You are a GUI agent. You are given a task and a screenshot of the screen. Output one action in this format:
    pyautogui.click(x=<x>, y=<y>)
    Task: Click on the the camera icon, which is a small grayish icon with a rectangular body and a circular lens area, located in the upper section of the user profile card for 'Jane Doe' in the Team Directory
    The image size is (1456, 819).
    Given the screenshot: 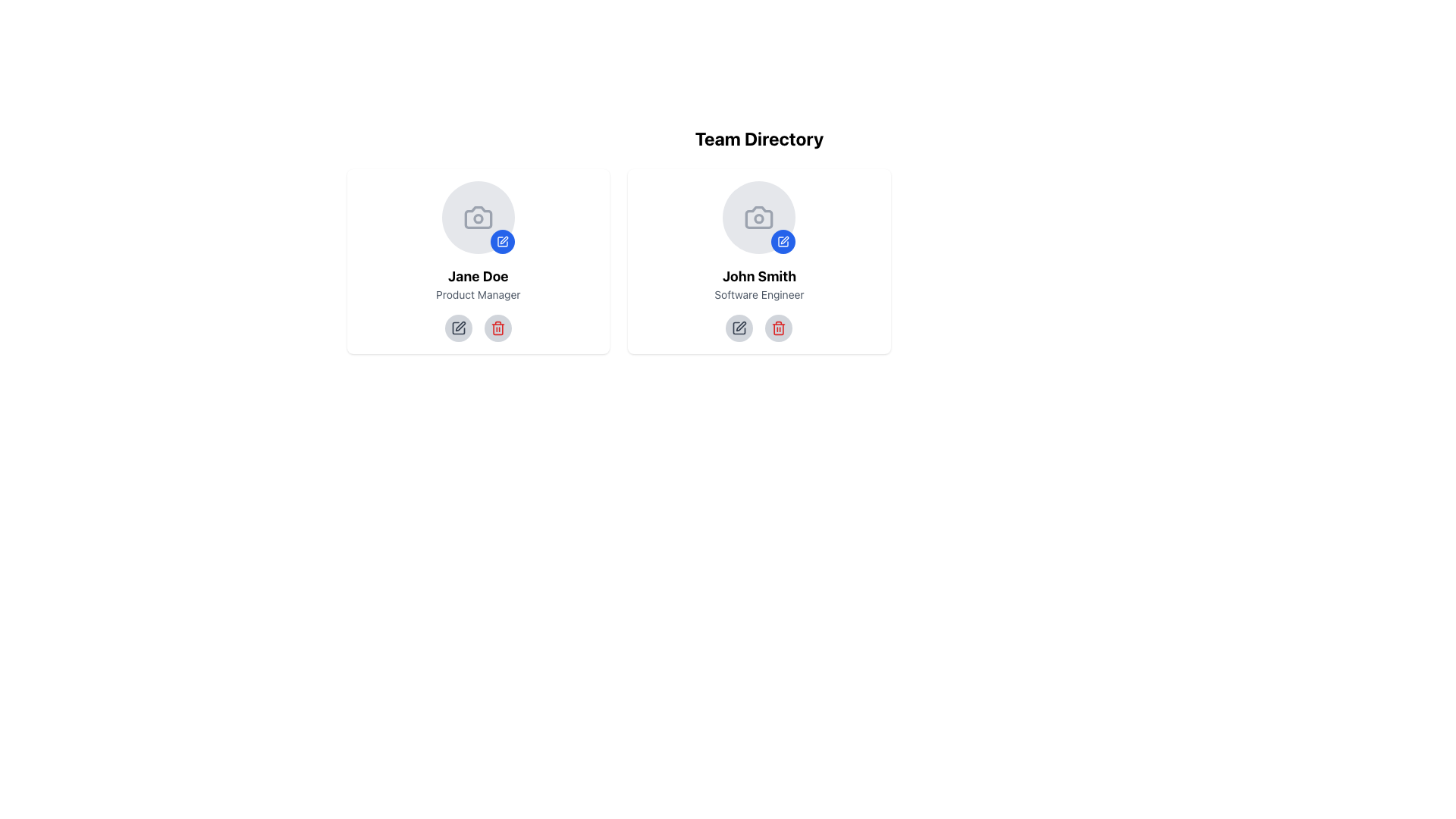 What is the action you would take?
    pyautogui.click(x=477, y=217)
    